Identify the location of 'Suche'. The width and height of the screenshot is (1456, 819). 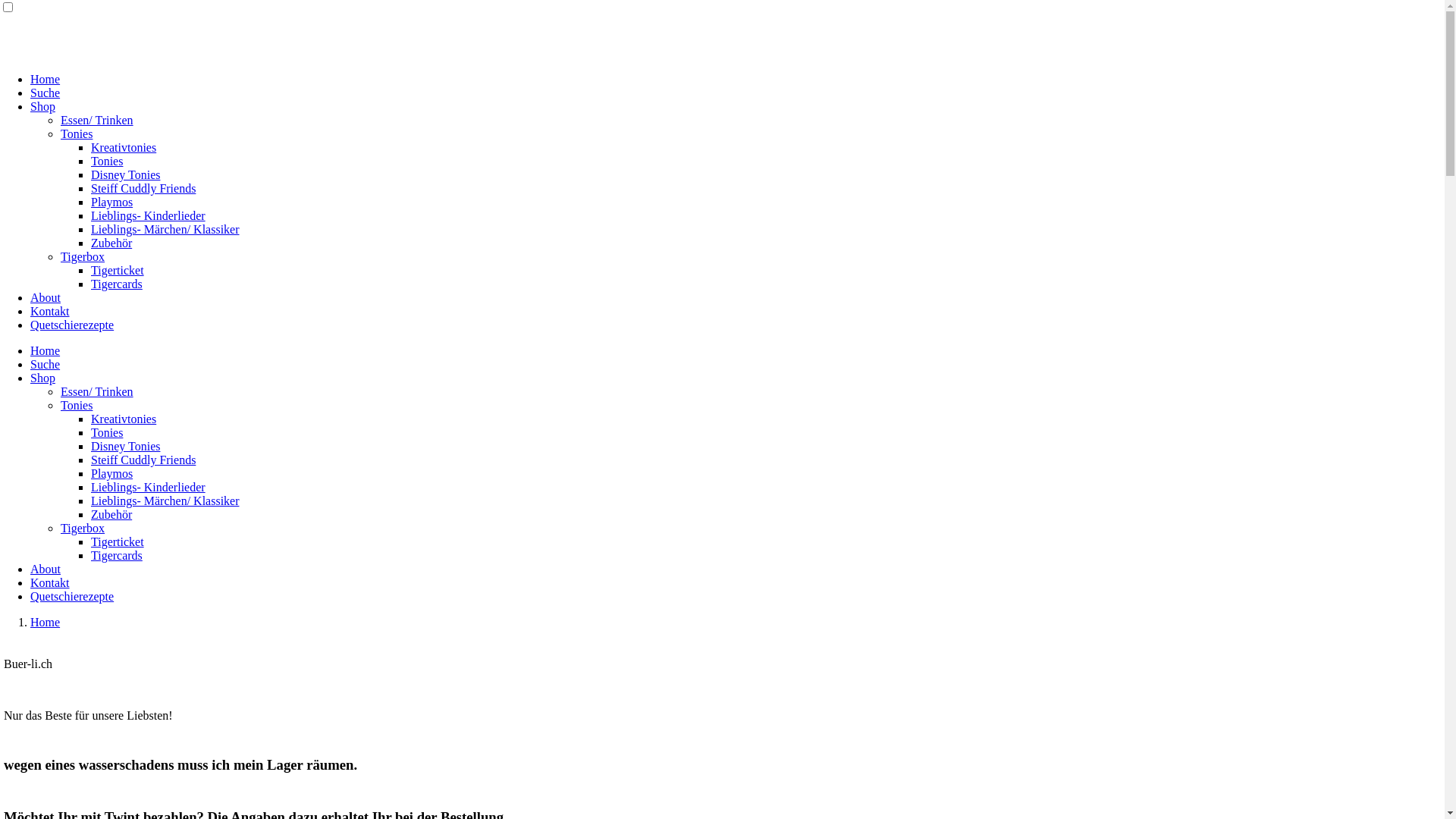
(45, 93).